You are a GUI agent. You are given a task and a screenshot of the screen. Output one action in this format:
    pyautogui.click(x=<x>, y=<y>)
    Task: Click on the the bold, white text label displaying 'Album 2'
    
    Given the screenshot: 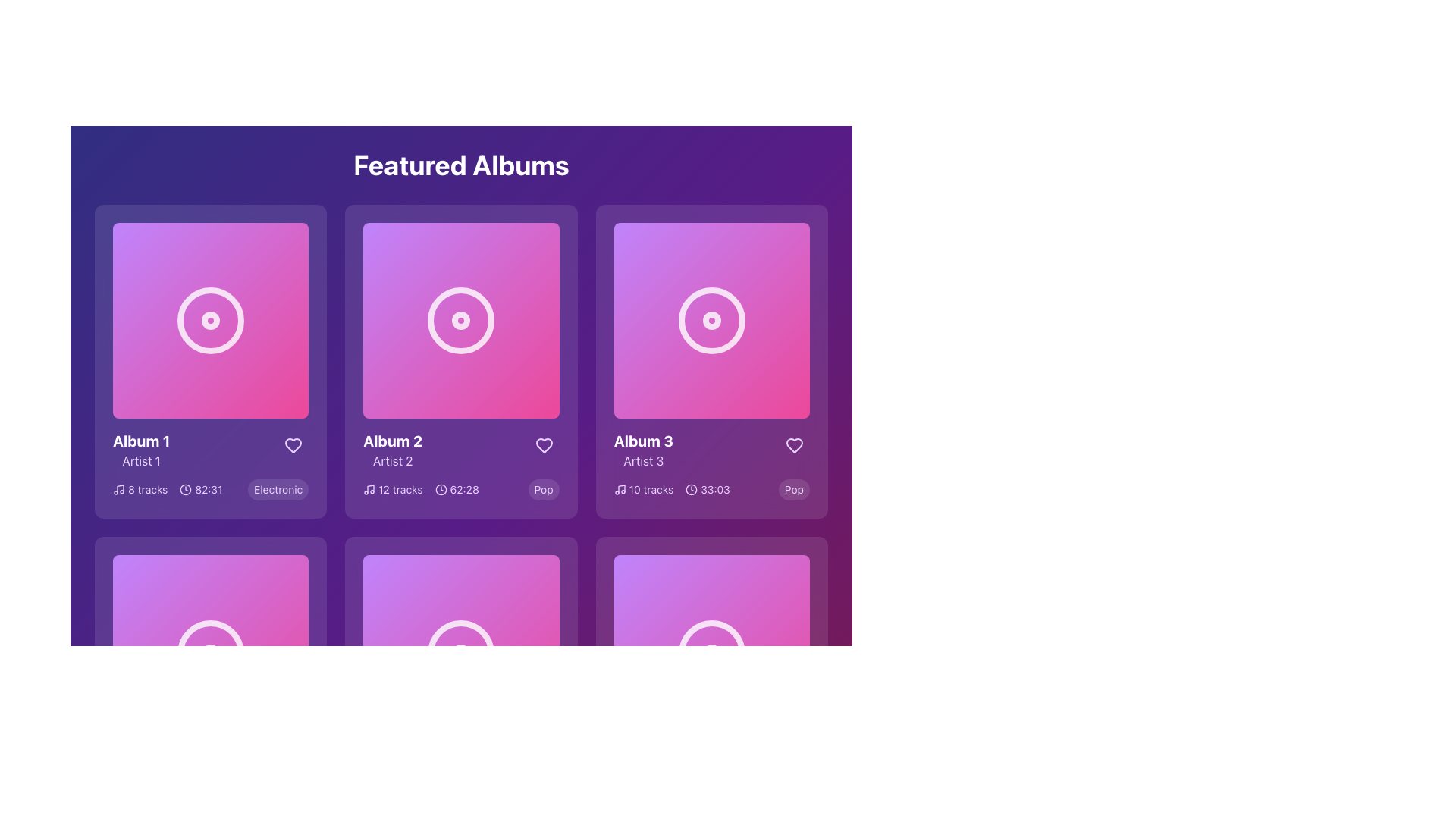 What is the action you would take?
    pyautogui.click(x=393, y=441)
    